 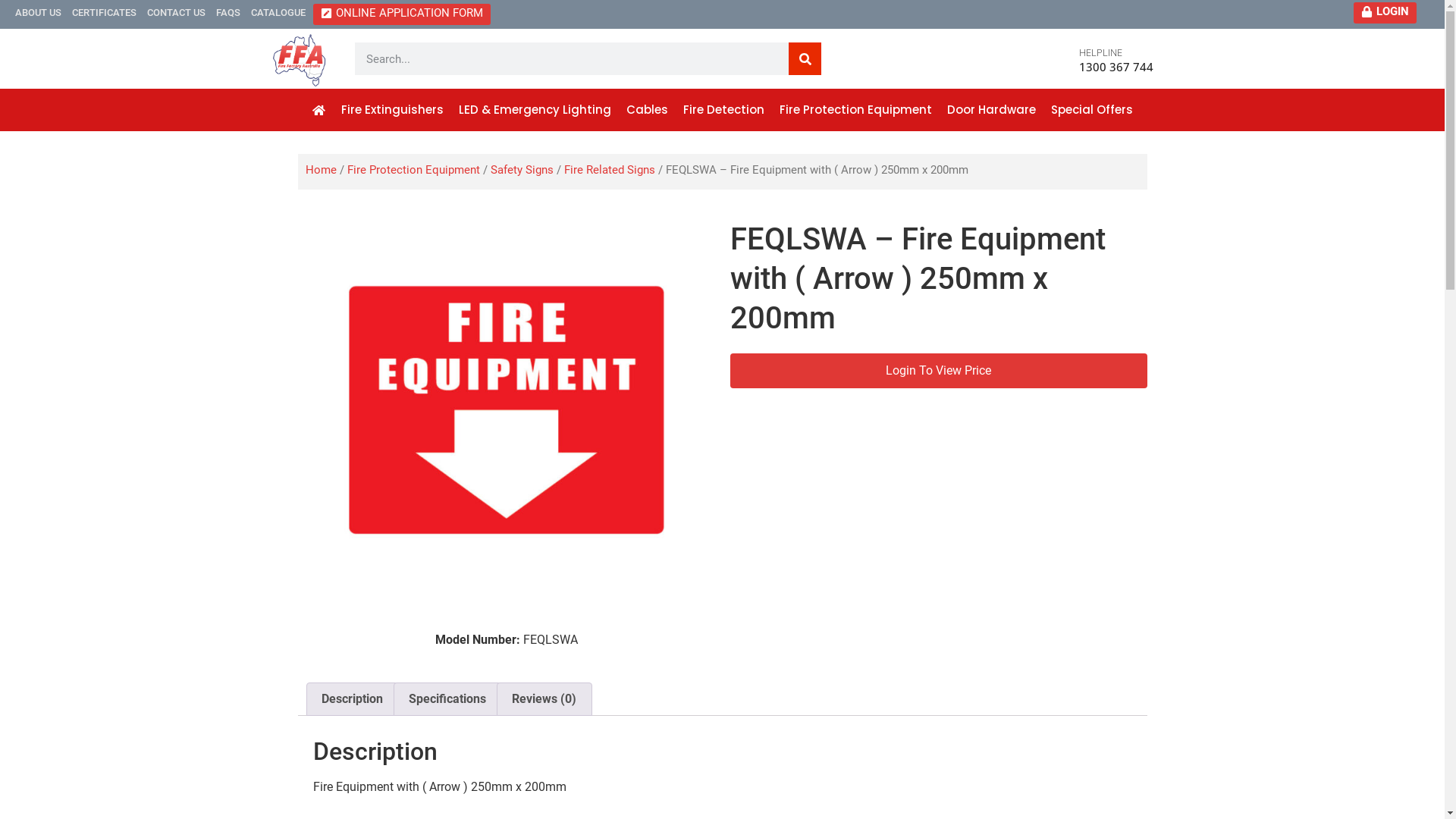 I want to click on 'Special Offers', so click(x=1092, y=109).